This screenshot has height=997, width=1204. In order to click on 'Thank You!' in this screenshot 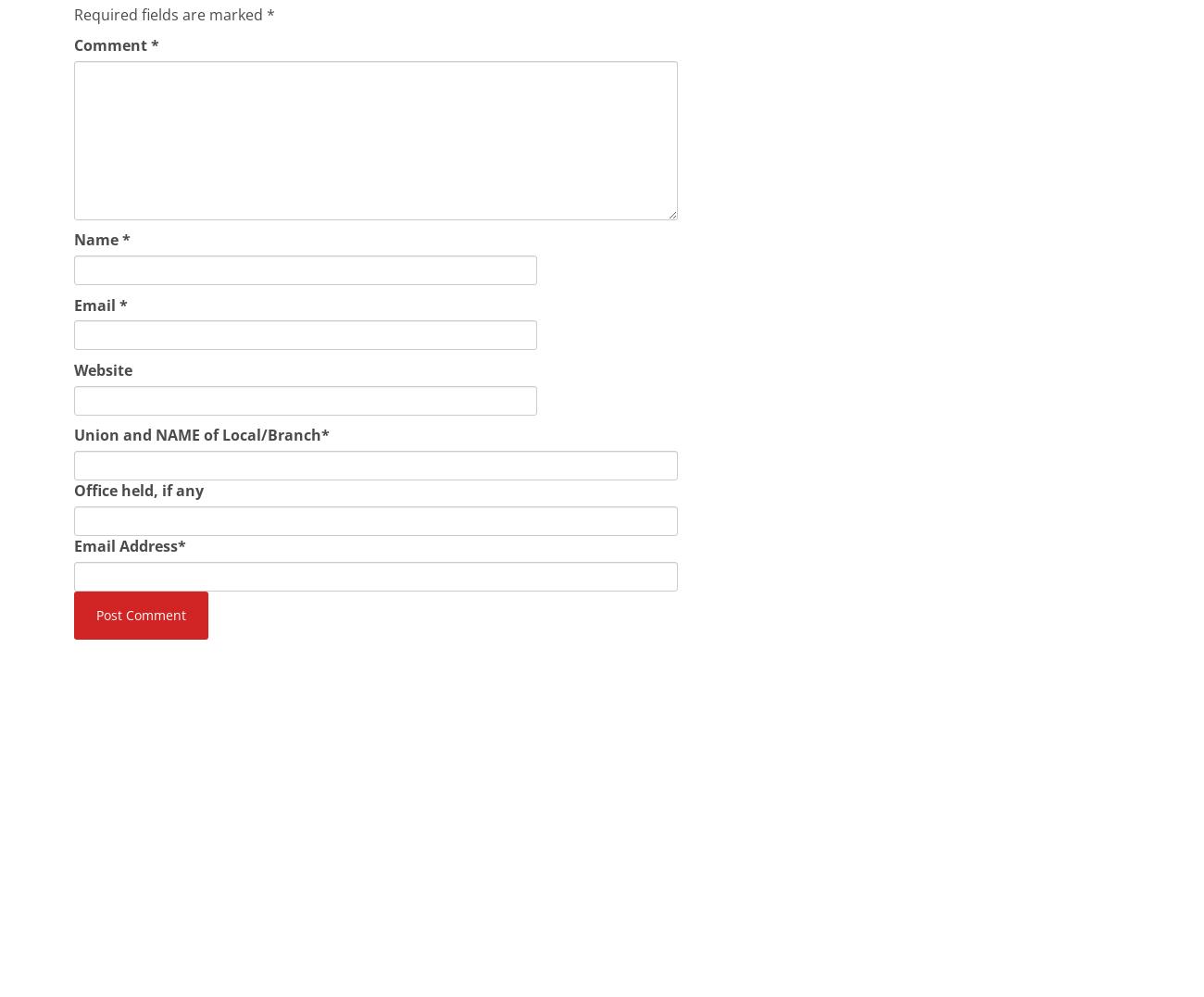, I will do `click(111, 856)`.